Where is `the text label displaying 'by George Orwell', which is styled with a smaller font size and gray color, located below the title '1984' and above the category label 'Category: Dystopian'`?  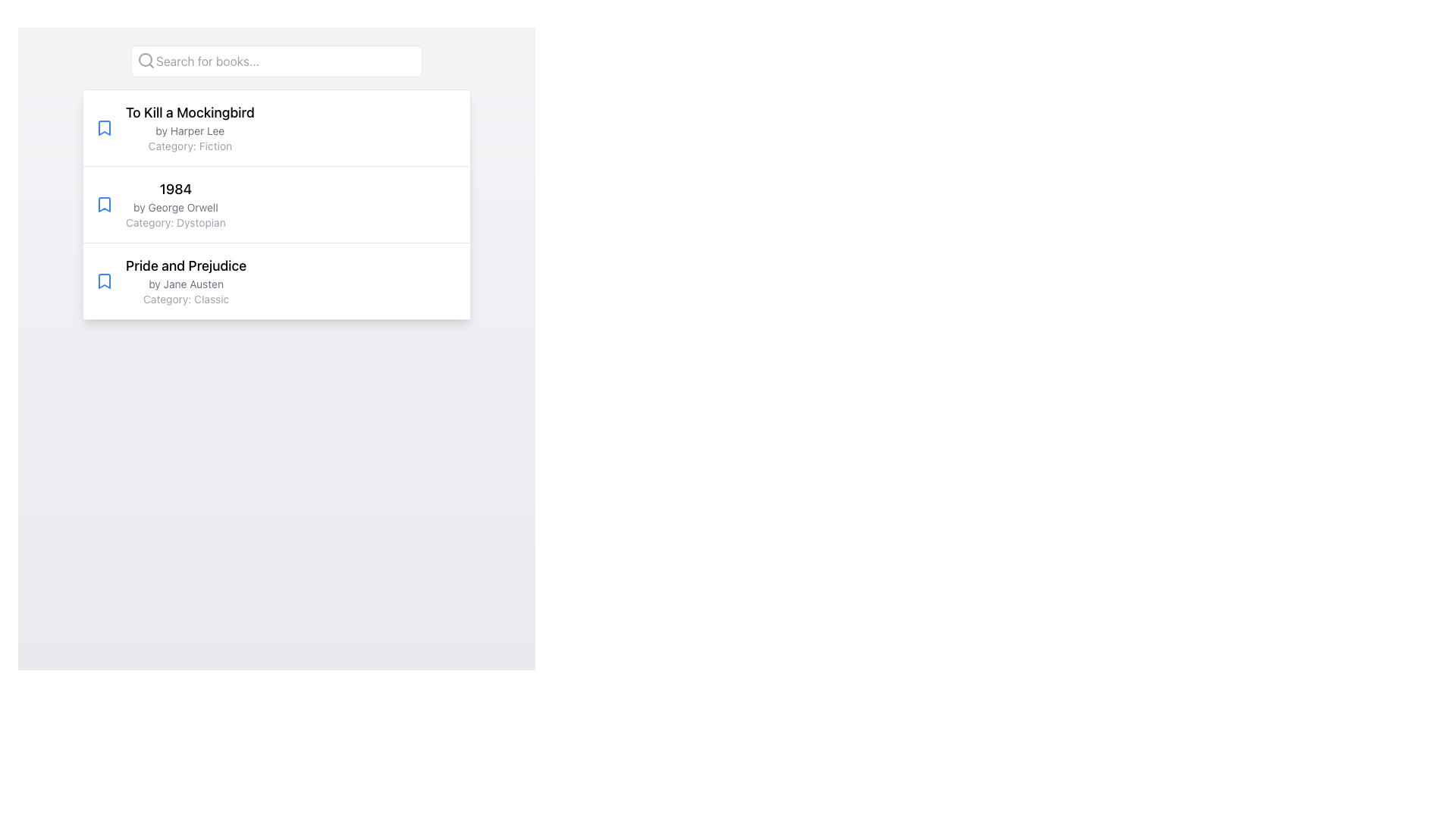
the text label displaying 'by George Orwell', which is styled with a smaller font size and gray color, located below the title '1984' and above the category label 'Category: Dystopian' is located at coordinates (175, 207).